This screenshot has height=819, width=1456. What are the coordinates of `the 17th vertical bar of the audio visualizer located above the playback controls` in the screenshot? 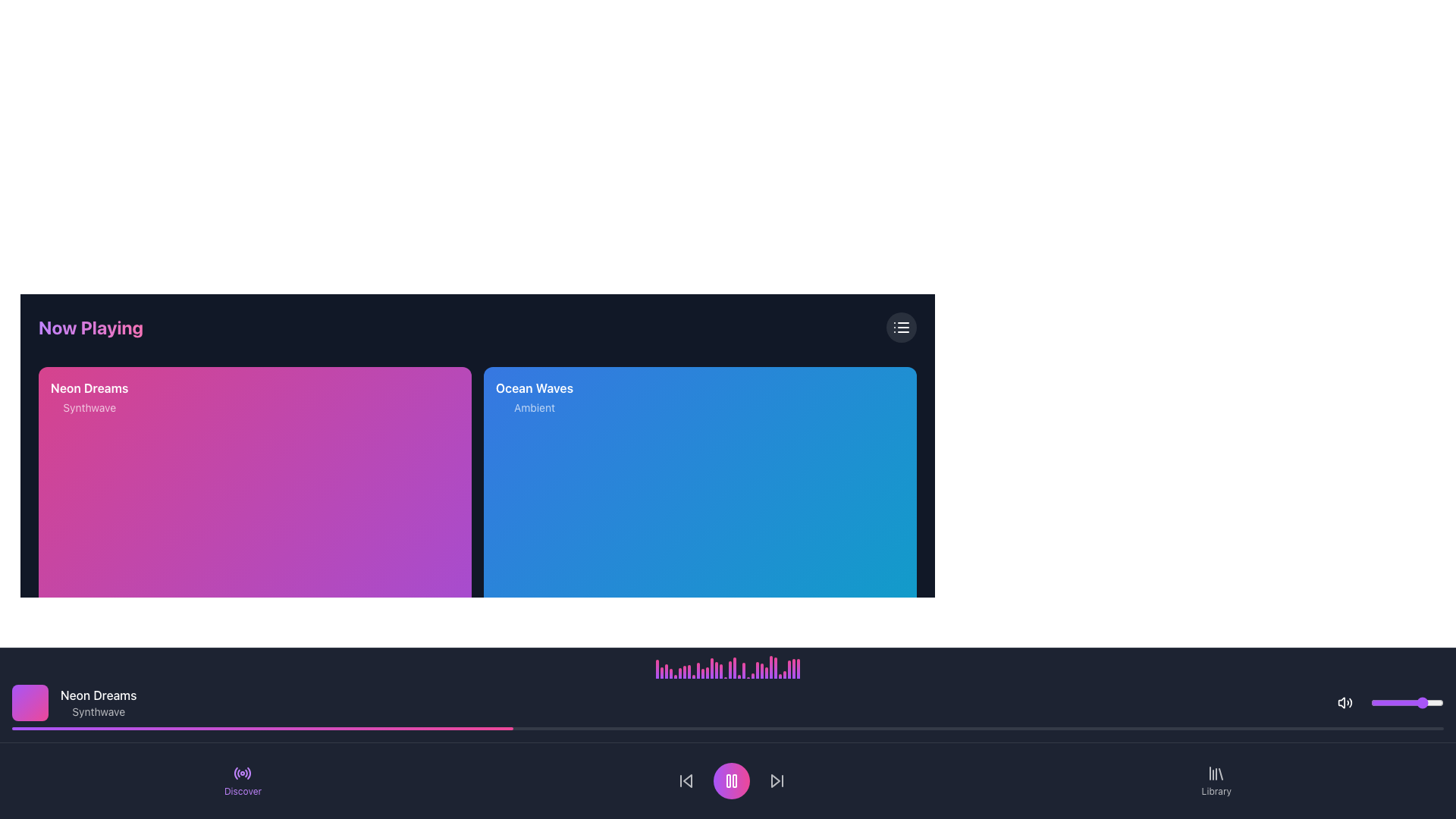 It's located at (730, 666).